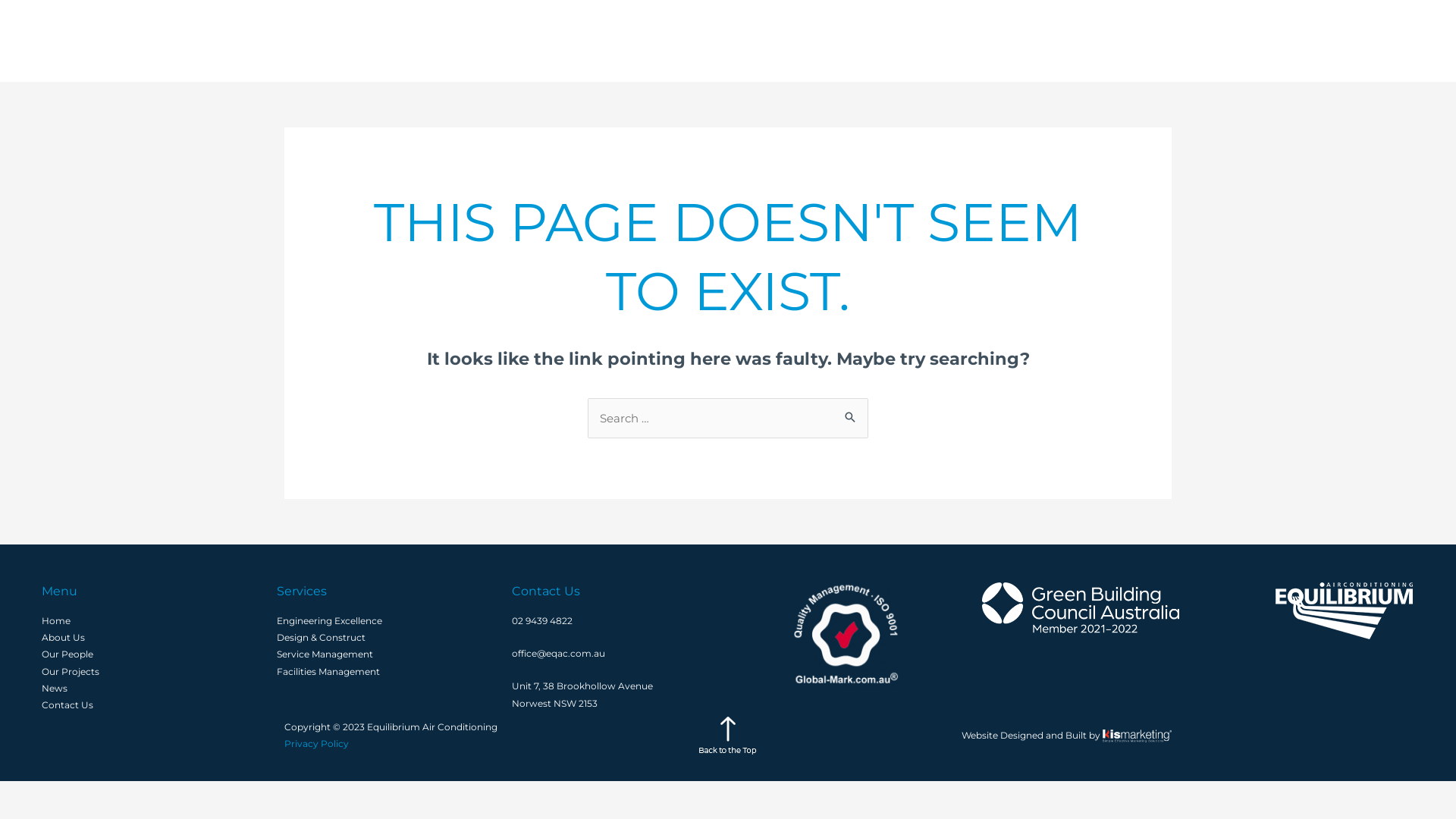  Describe the element at coordinates (320, 637) in the screenshot. I see `'Design & Construct'` at that location.